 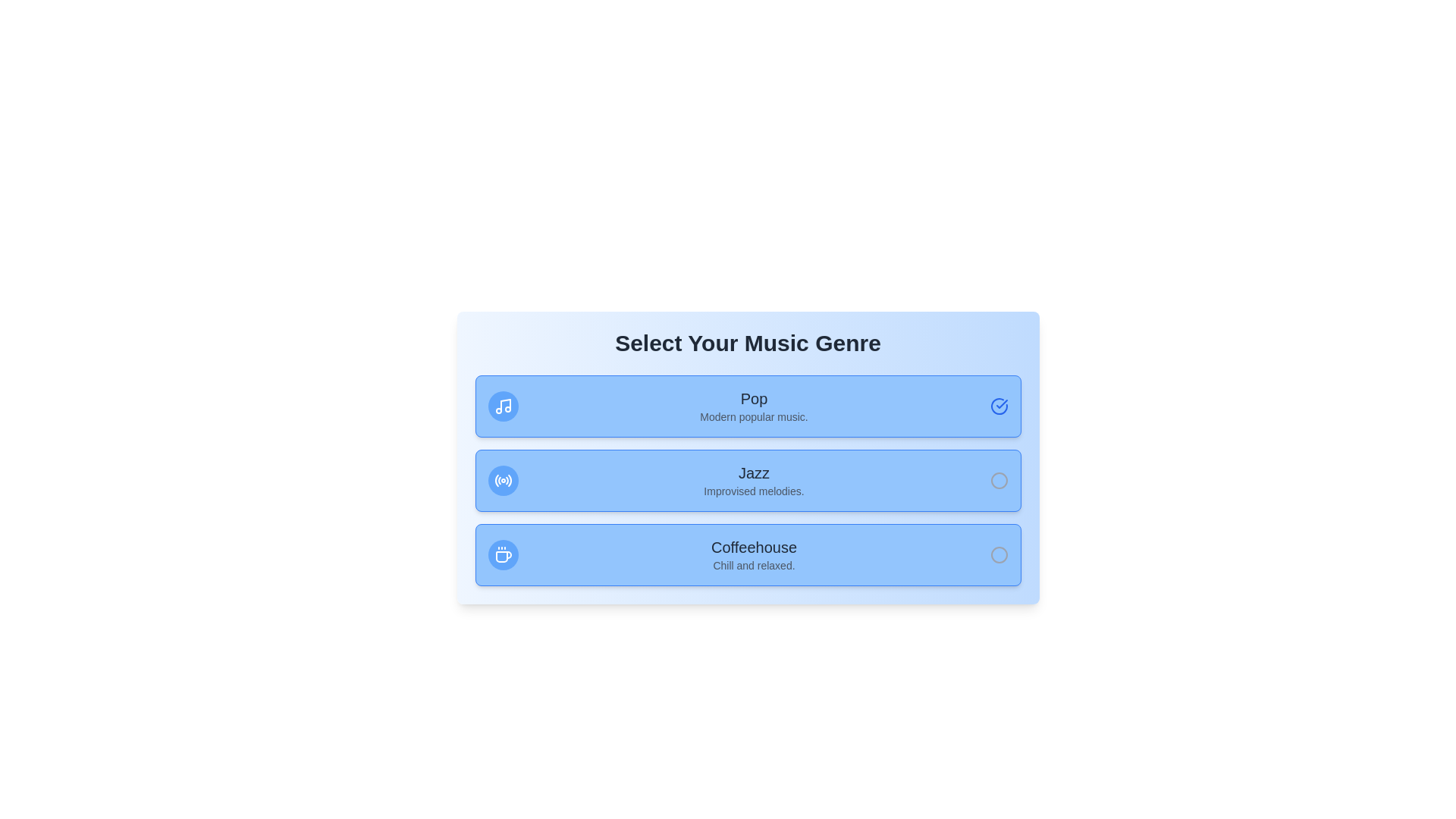 I want to click on the text label displaying 'Coffeehouse', which is located in the central upper portion of a rectangular section with a light blue background, so click(x=754, y=547).